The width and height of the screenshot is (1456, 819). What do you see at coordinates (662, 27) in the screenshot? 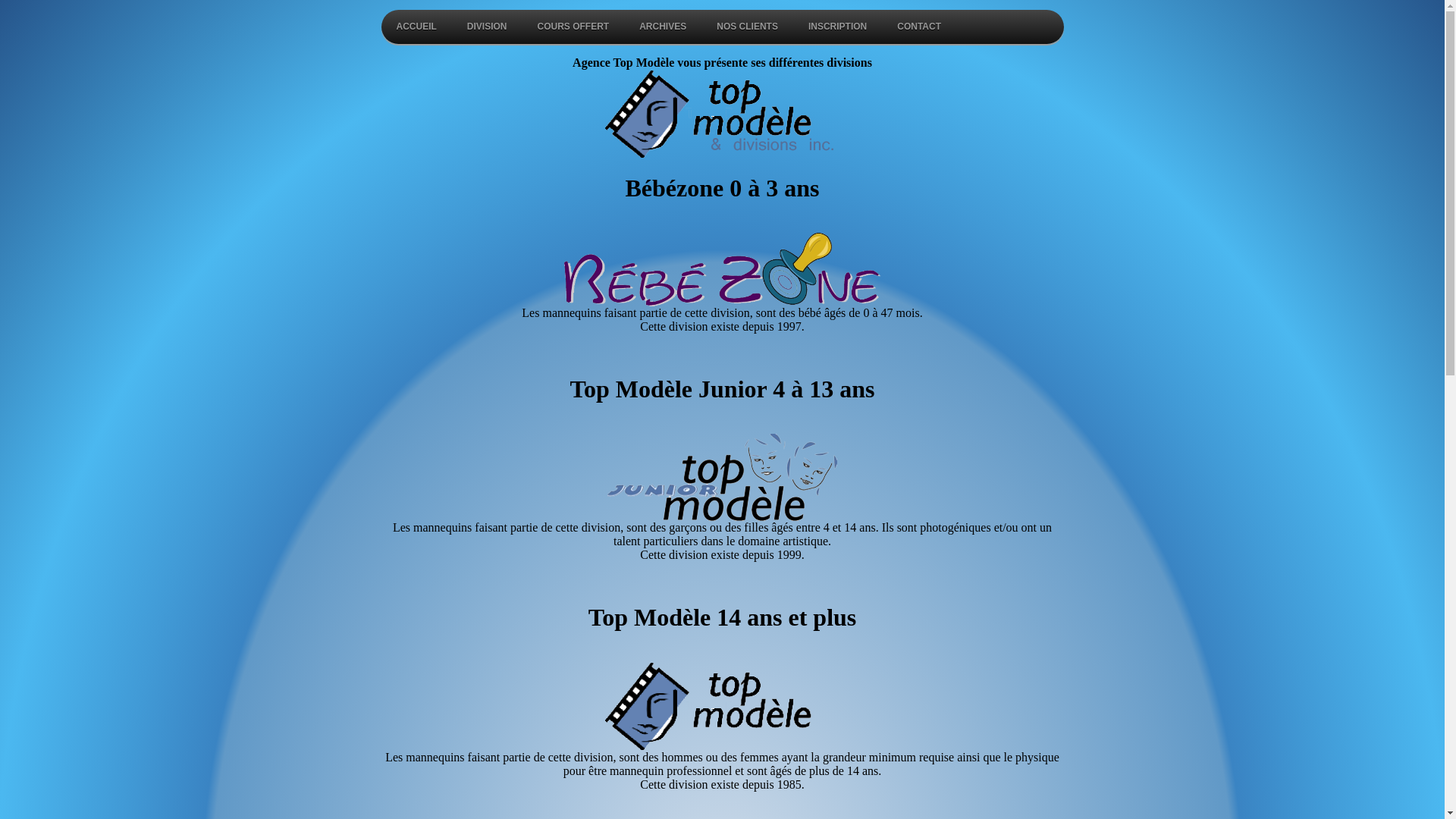
I see `'ARCHIVES'` at bounding box center [662, 27].